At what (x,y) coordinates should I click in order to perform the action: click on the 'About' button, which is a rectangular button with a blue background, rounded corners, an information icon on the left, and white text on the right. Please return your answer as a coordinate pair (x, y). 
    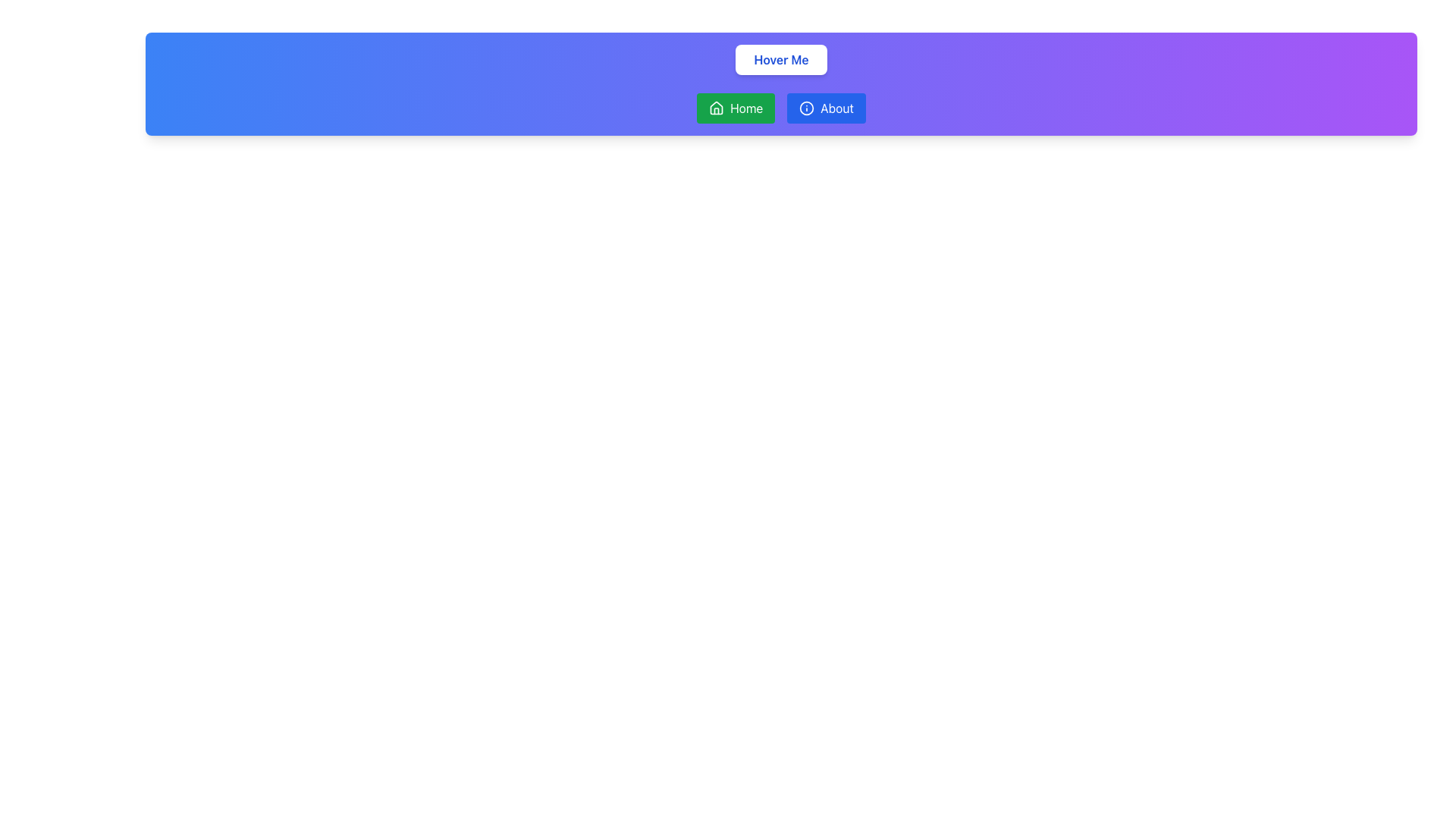
    Looking at the image, I should click on (825, 107).